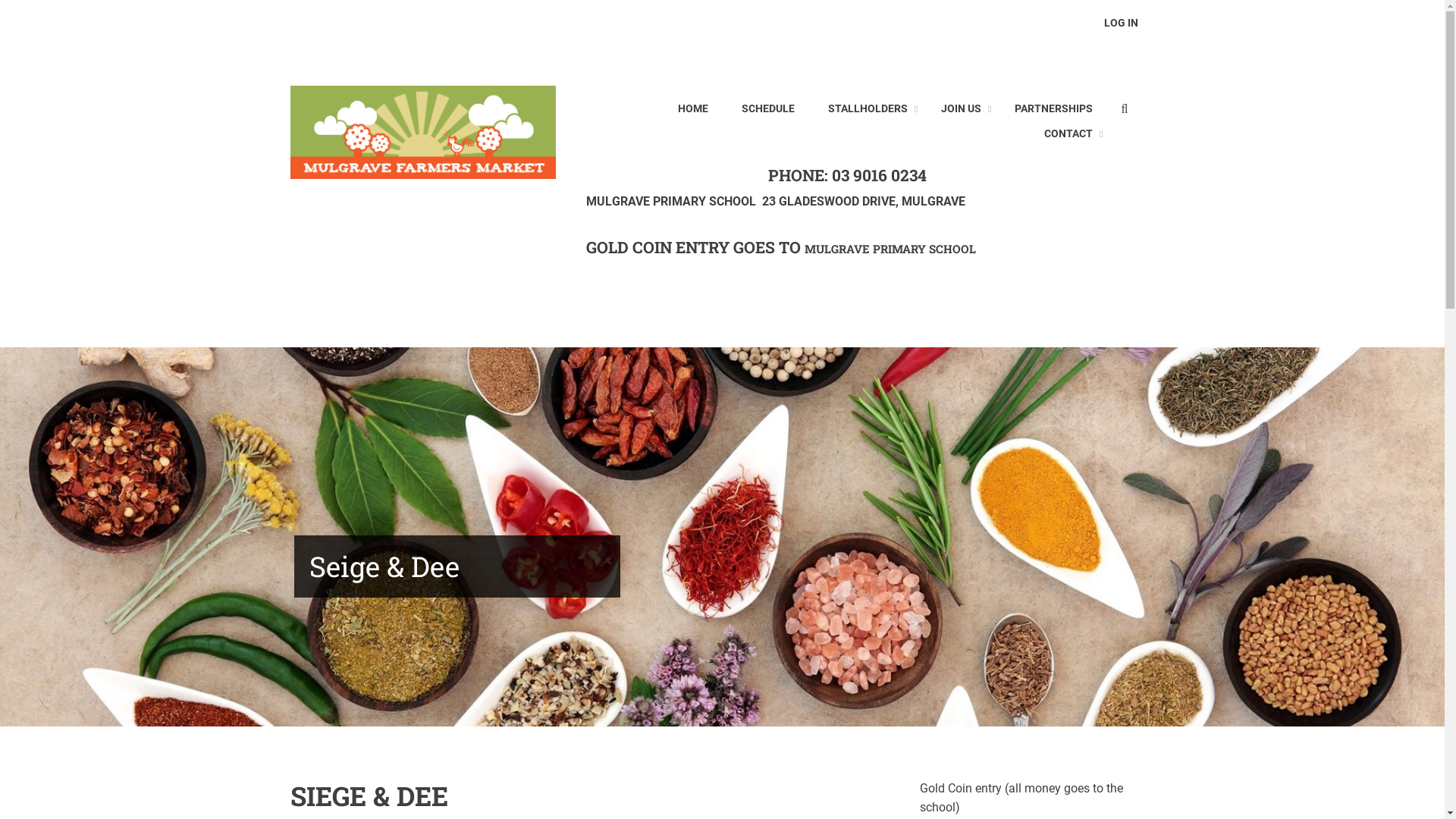 The width and height of the screenshot is (1456, 819). Describe the element at coordinates (0, 0) in the screenshot. I see `'Skip to main content'` at that location.